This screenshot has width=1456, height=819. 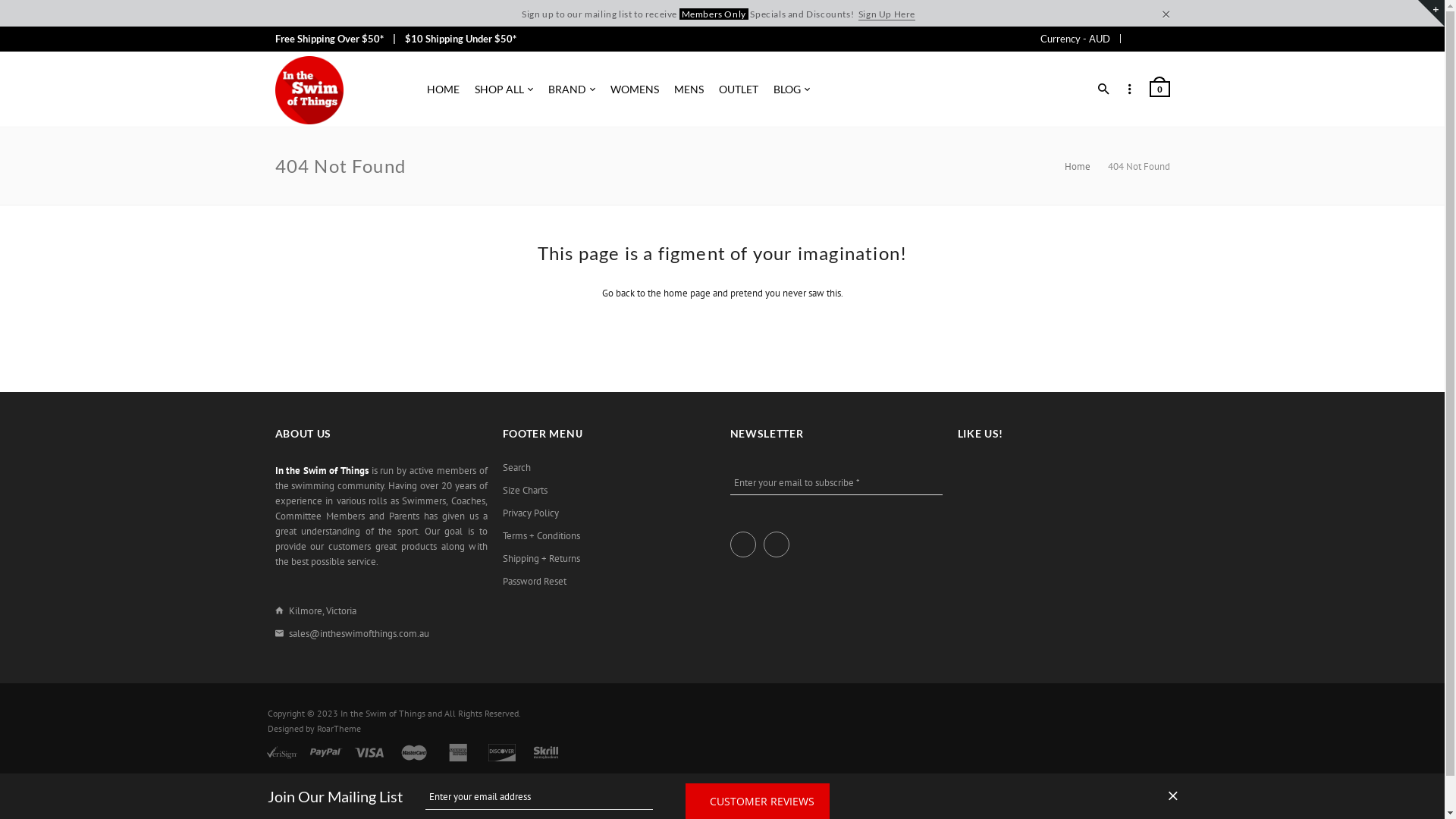 I want to click on 'Sign Up Here', so click(x=858, y=14).